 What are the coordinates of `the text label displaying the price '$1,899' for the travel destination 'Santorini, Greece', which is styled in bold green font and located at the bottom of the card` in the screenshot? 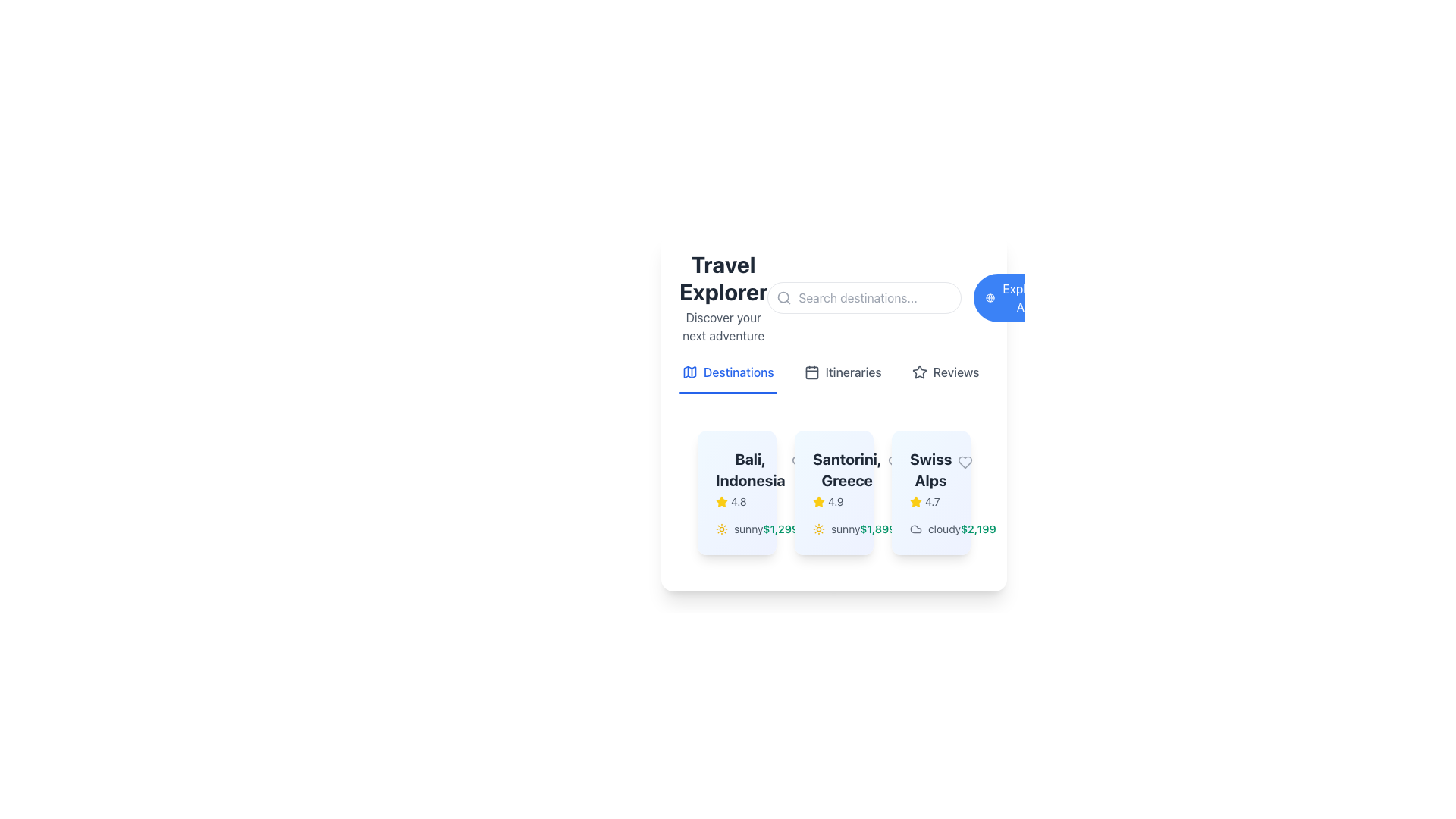 It's located at (877, 529).